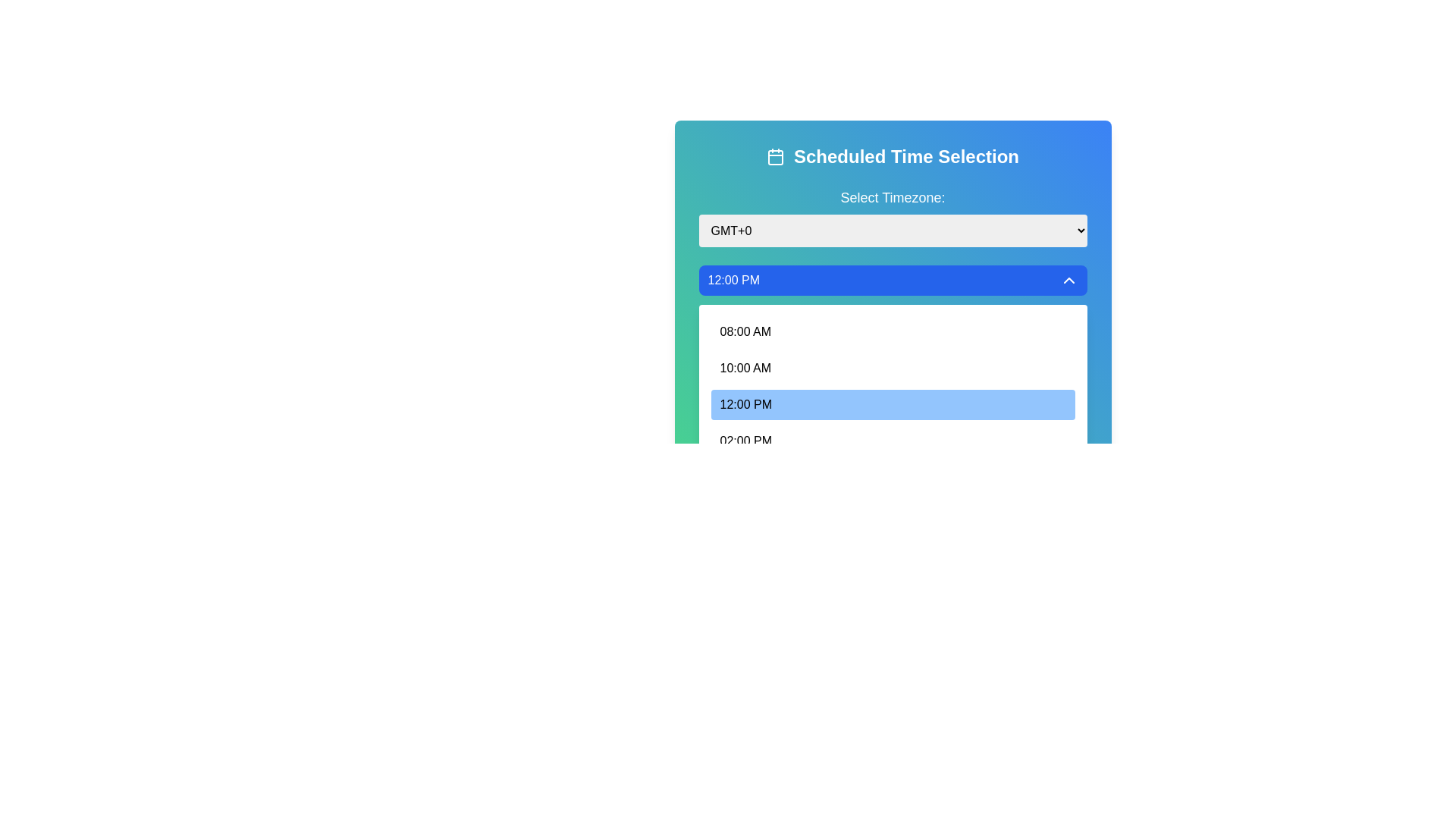 The width and height of the screenshot is (1456, 819). What do you see at coordinates (733, 281) in the screenshot?
I see `the text label representing the currently selected time in the 'Select Timezone' dropdown to interact with the dropdown` at bounding box center [733, 281].